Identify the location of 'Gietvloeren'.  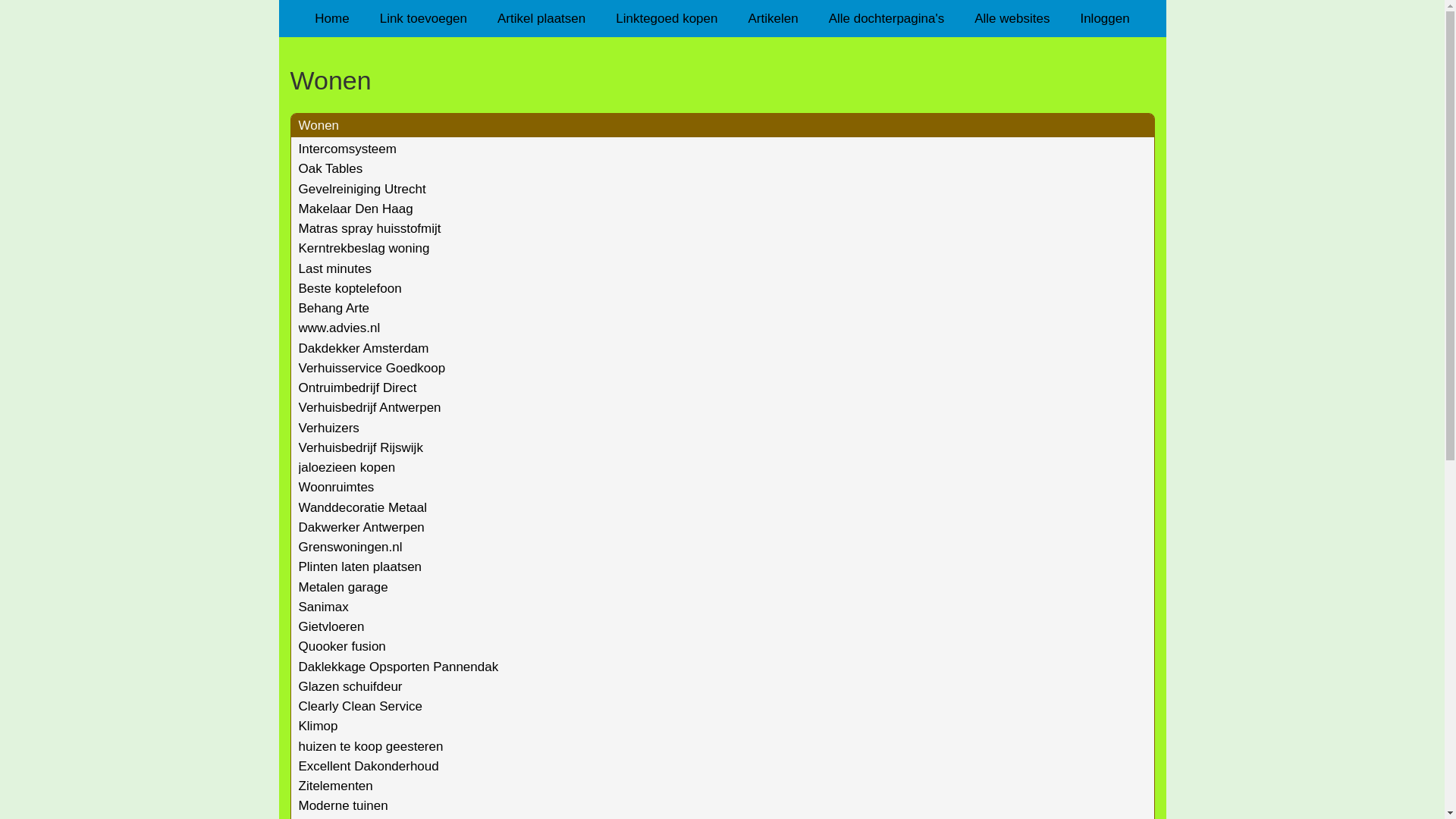
(331, 626).